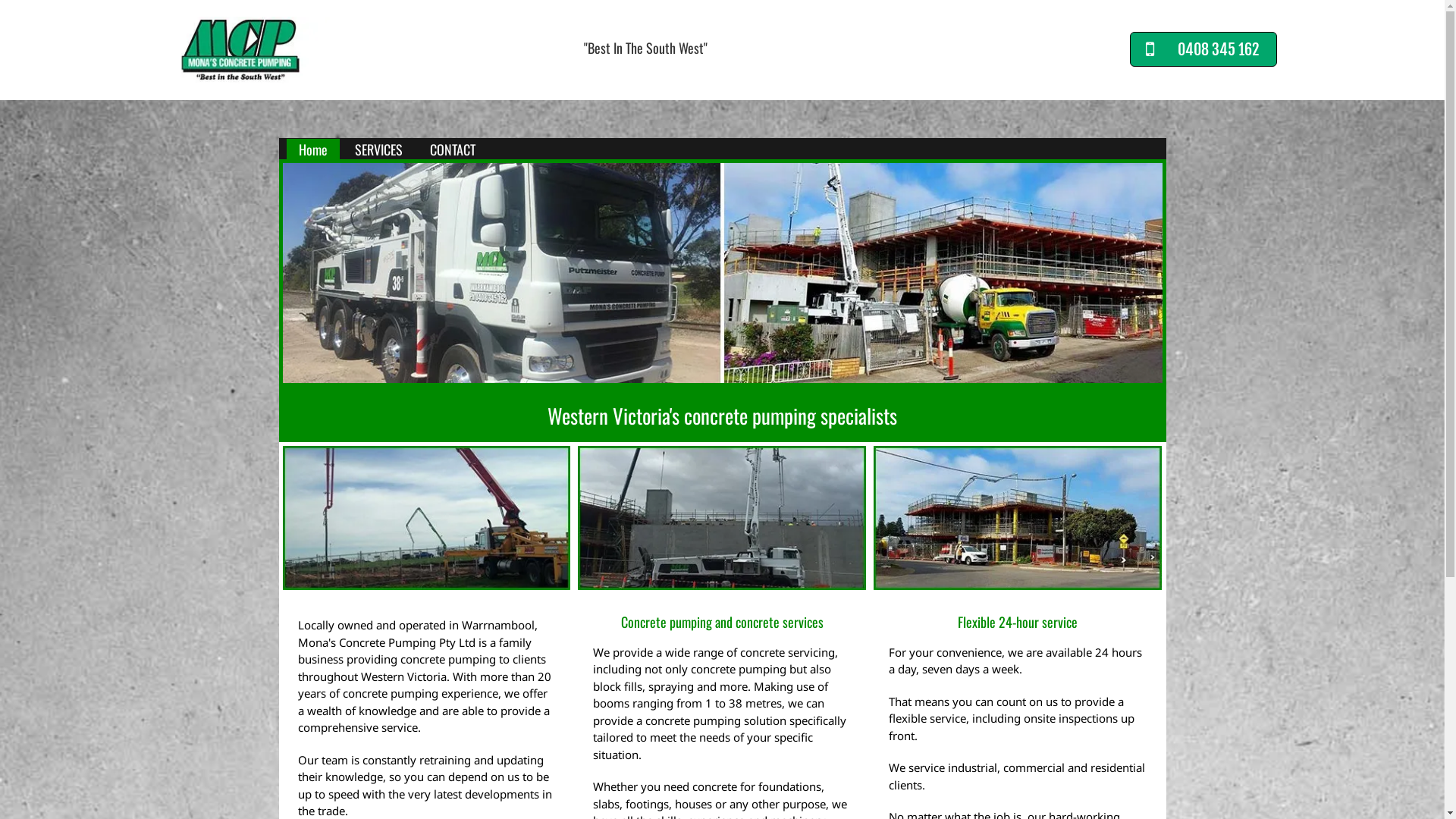 This screenshot has height=819, width=1456. What do you see at coordinates (417, 149) in the screenshot?
I see `'CONTACT'` at bounding box center [417, 149].